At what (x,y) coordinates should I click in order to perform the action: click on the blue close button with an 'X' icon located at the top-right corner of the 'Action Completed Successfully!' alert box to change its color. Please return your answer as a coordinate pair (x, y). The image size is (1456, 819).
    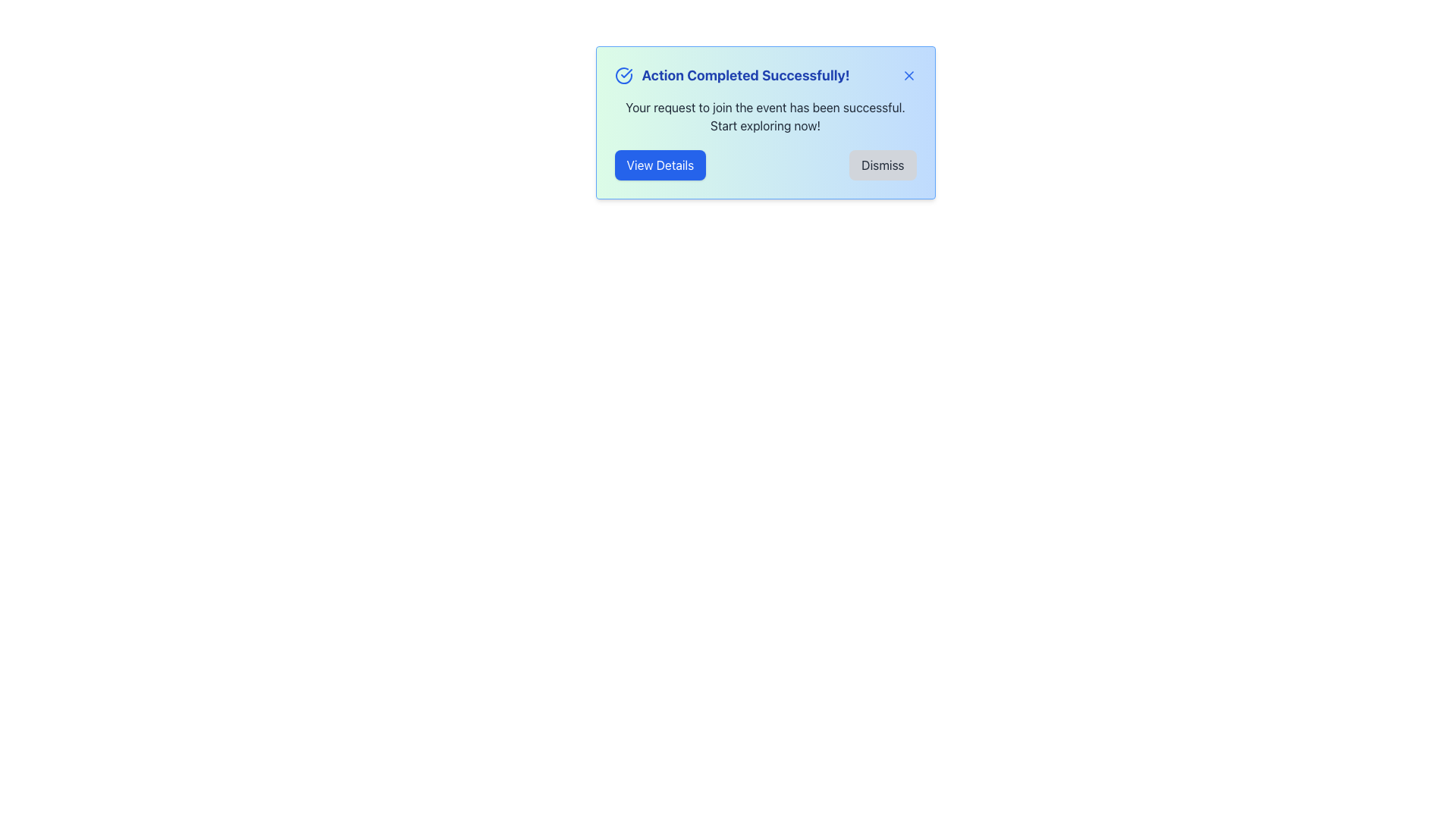
    Looking at the image, I should click on (908, 76).